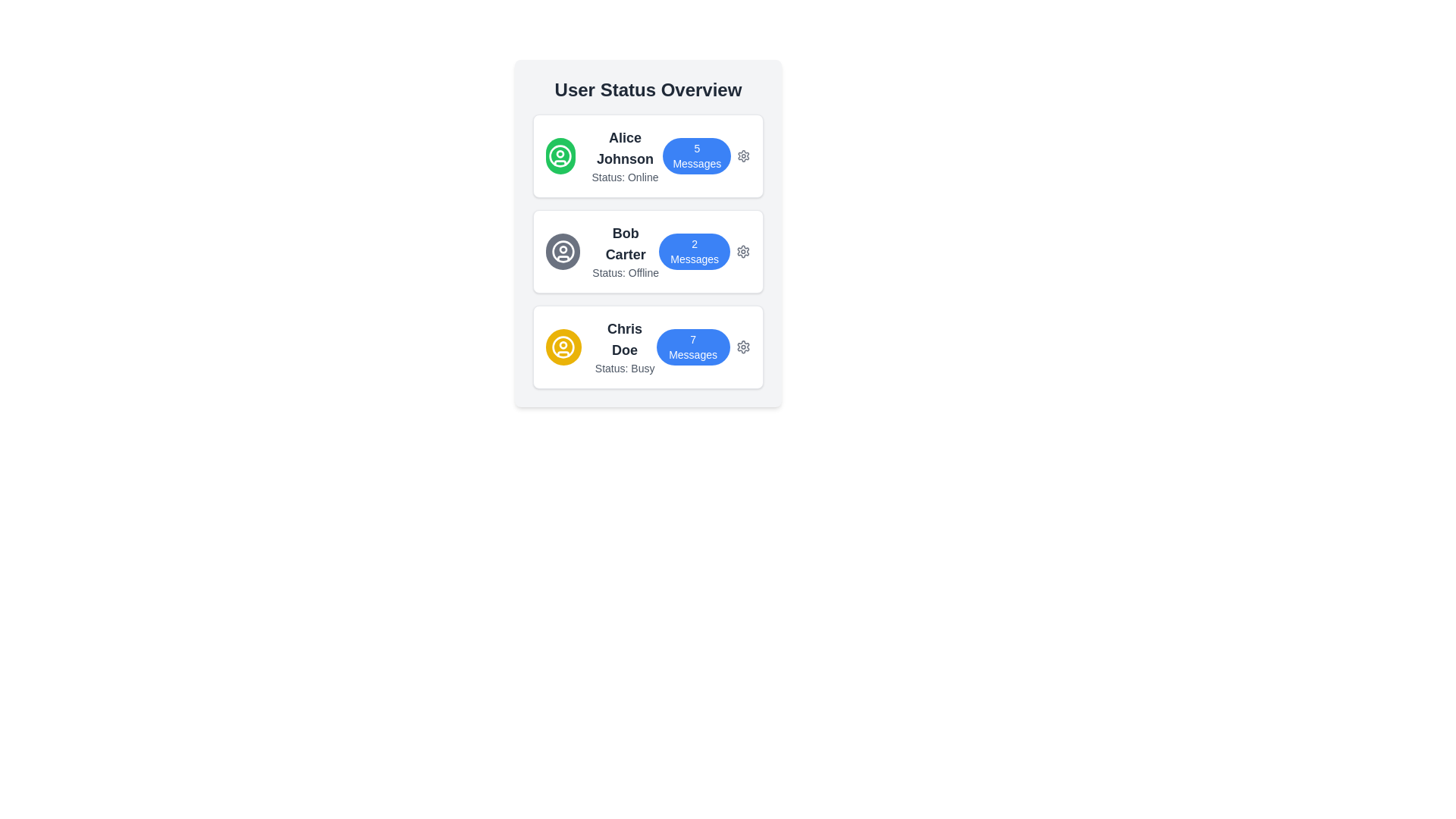  What do you see at coordinates (625, 369) in the screenshot?
I see `the status update text label indicating the current availability of 'Chris Doe' located in the third user card` at bounding box center [625, 369].